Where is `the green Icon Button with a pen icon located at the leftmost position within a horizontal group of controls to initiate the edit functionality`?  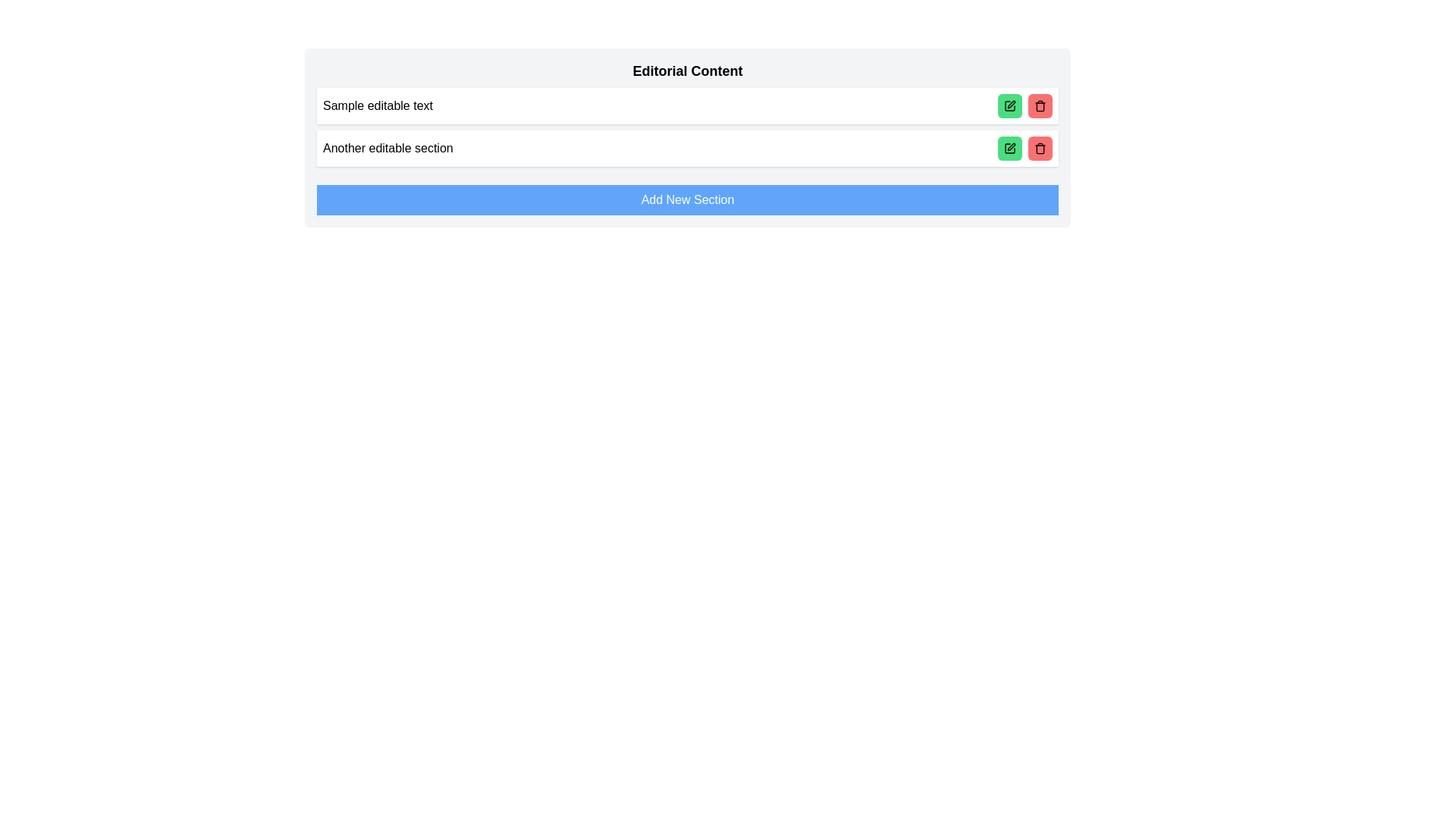 the green Icon Button with a pen icon located at the leftmost position within a horizontal group of controls to initiate the edit functionality is located at coordinates (1009, 105).